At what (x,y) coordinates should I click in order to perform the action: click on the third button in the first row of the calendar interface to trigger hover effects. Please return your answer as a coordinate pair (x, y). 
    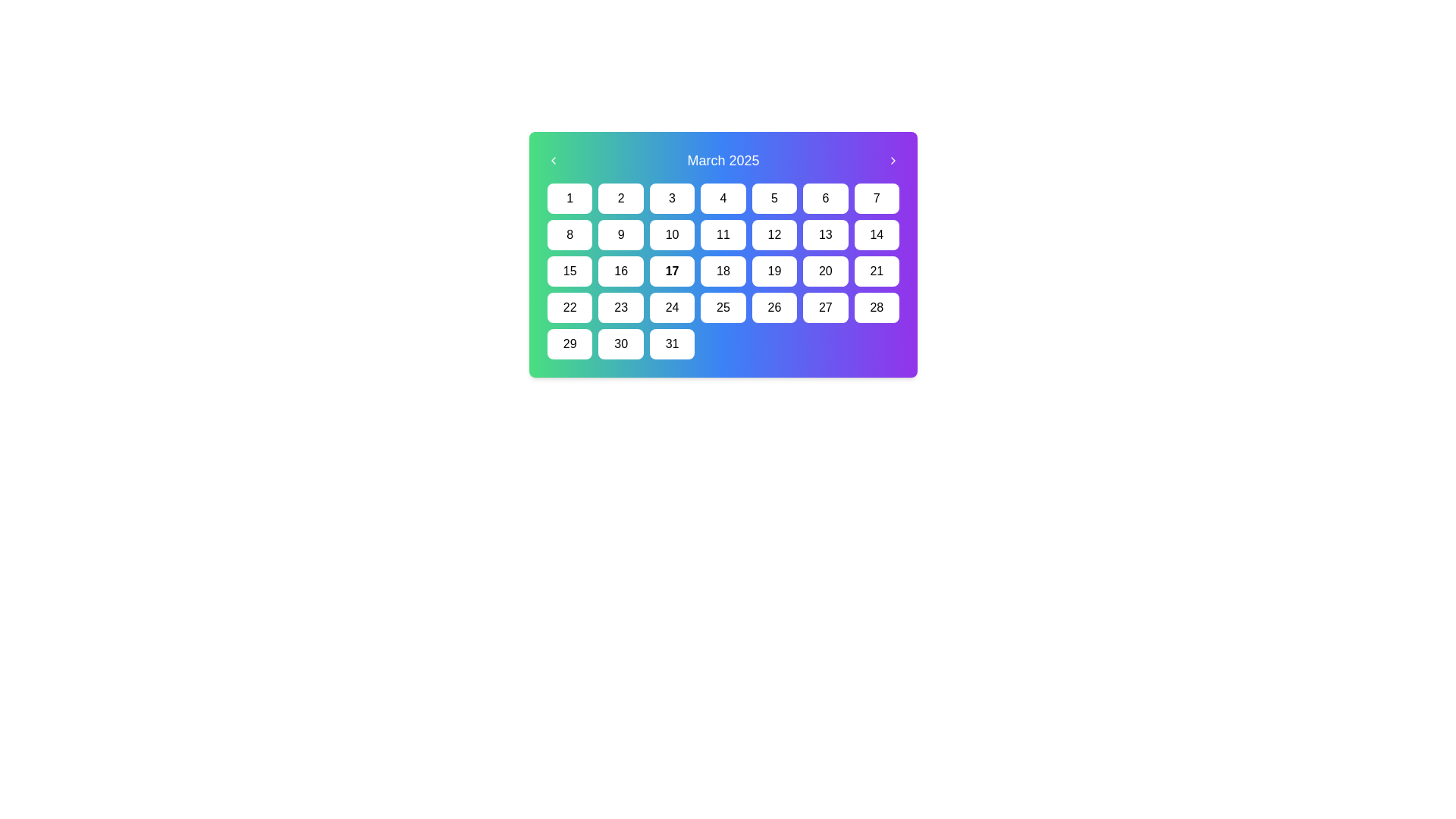
    Looking at the image, I should click on (671, 198).